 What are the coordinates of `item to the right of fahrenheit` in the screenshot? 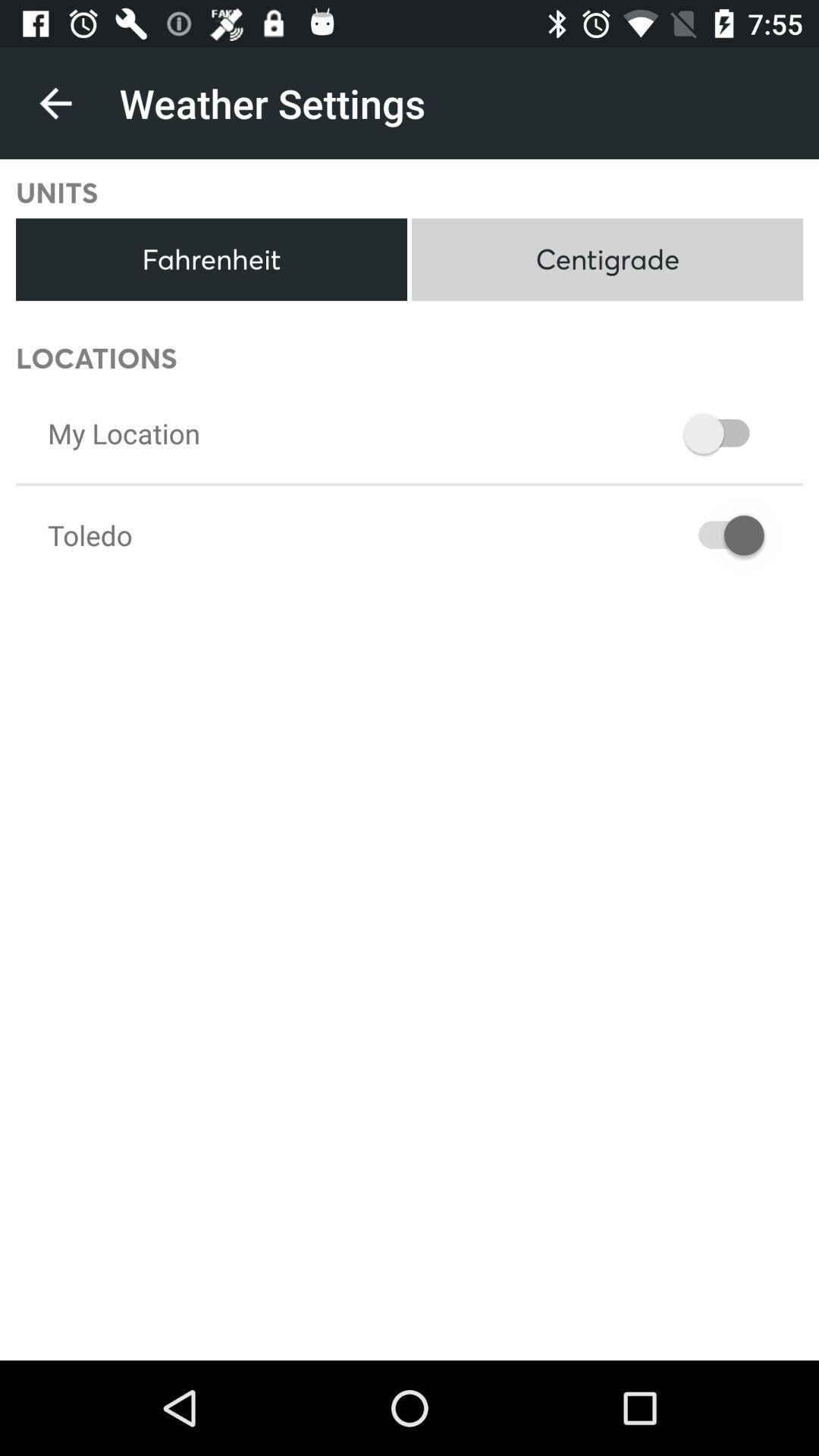 It's located at (607, 259).